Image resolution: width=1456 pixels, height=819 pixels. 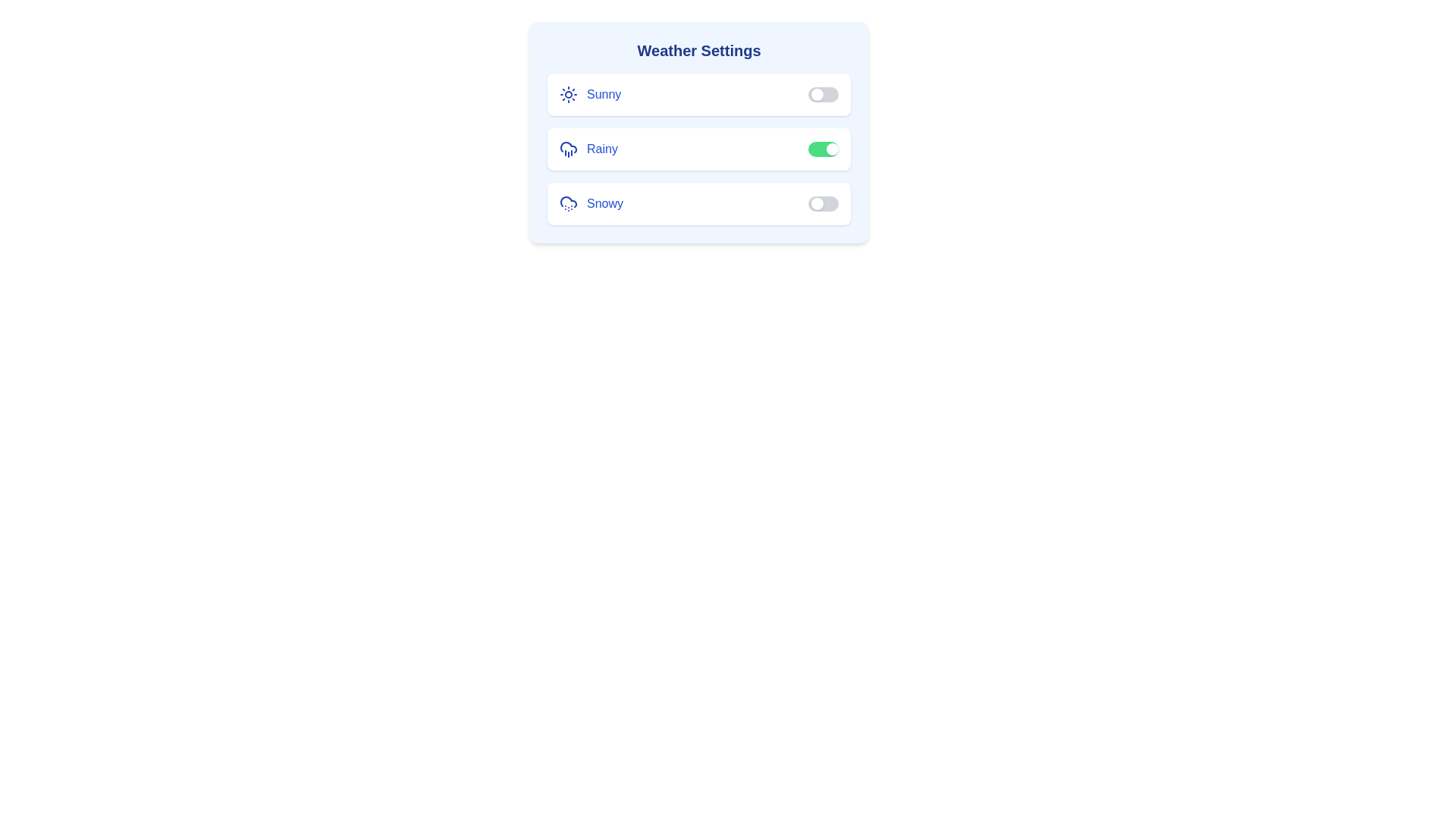 What do you see at coordinates (567, 201) in the screenshot?
I see `the blue outlined upper section of the cloud graphic icon representing the 'Snowy' option in the weather settings section` at bounding box center [567, 201].